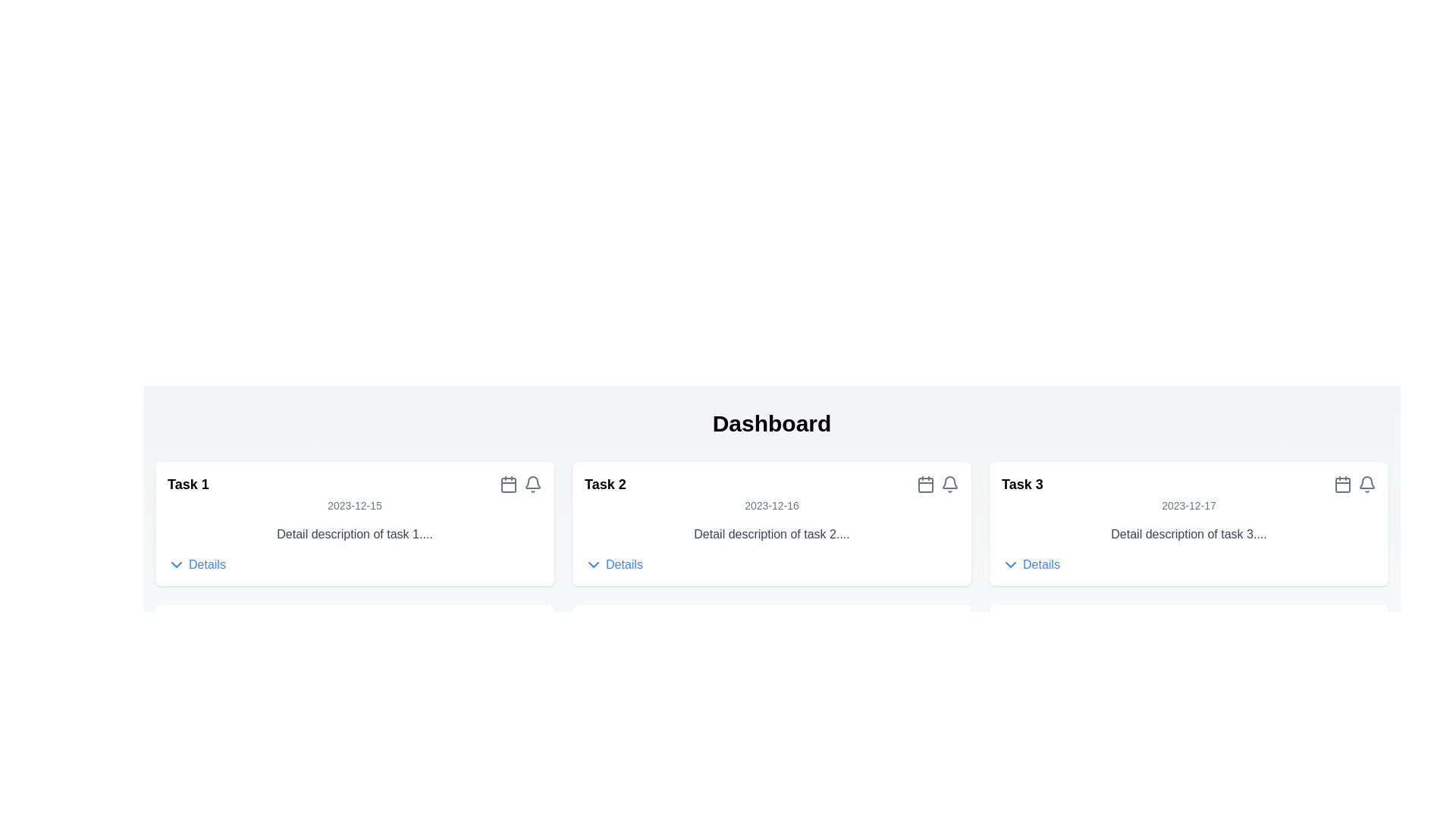 The height and width of the screenshot is (819, 1456). I want to click on the text label reading 'Task 1', so click(187, 485).